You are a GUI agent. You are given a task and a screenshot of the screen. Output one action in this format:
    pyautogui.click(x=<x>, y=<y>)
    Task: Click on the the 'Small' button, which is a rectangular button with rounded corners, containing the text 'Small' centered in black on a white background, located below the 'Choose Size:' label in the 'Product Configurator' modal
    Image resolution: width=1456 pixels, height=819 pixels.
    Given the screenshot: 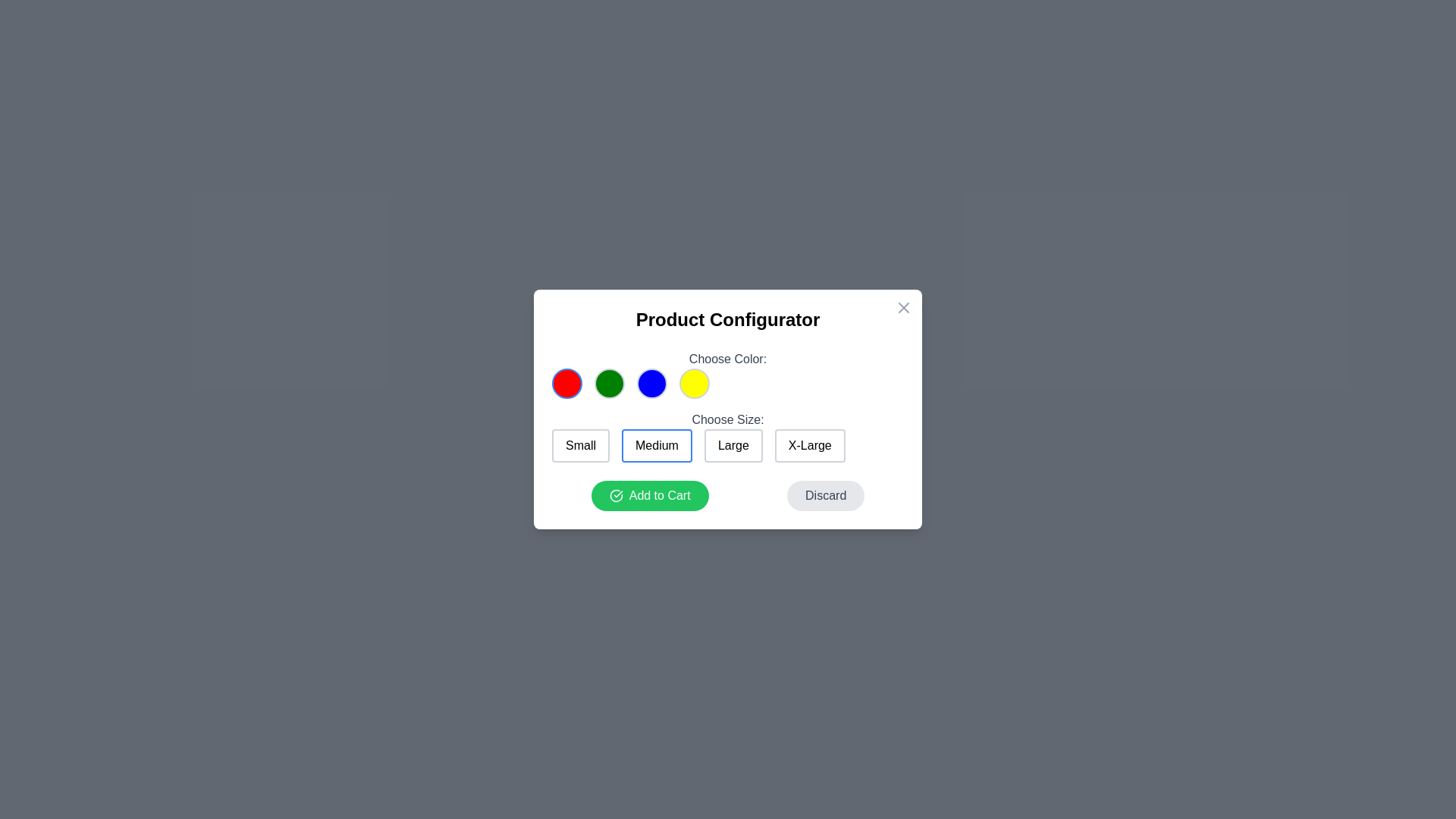 What is the action you would take?
    pyautogui.click(x=580, y=444)
    